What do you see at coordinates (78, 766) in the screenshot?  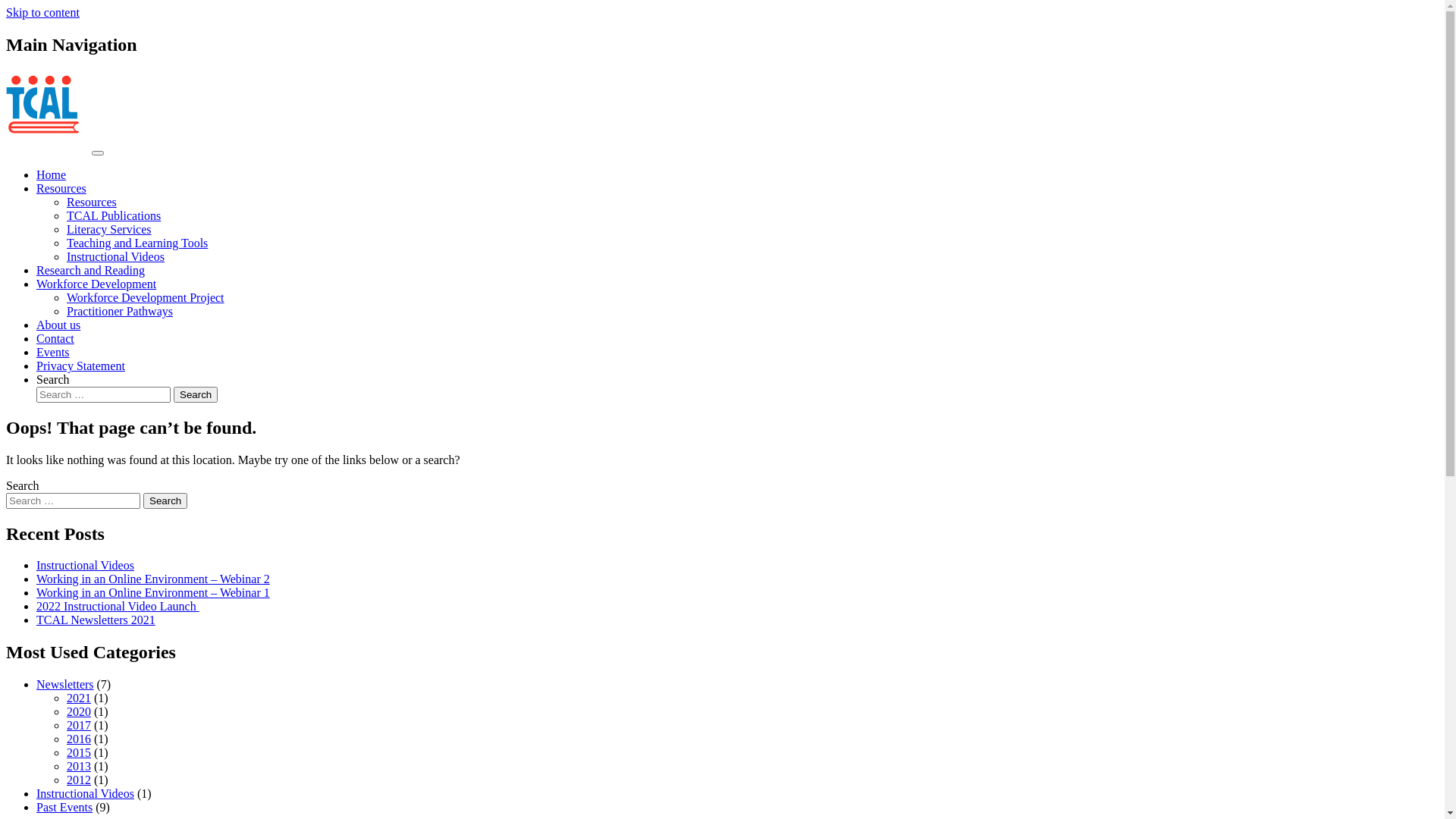 I see `'2013'` at bounding box center [78, 766].